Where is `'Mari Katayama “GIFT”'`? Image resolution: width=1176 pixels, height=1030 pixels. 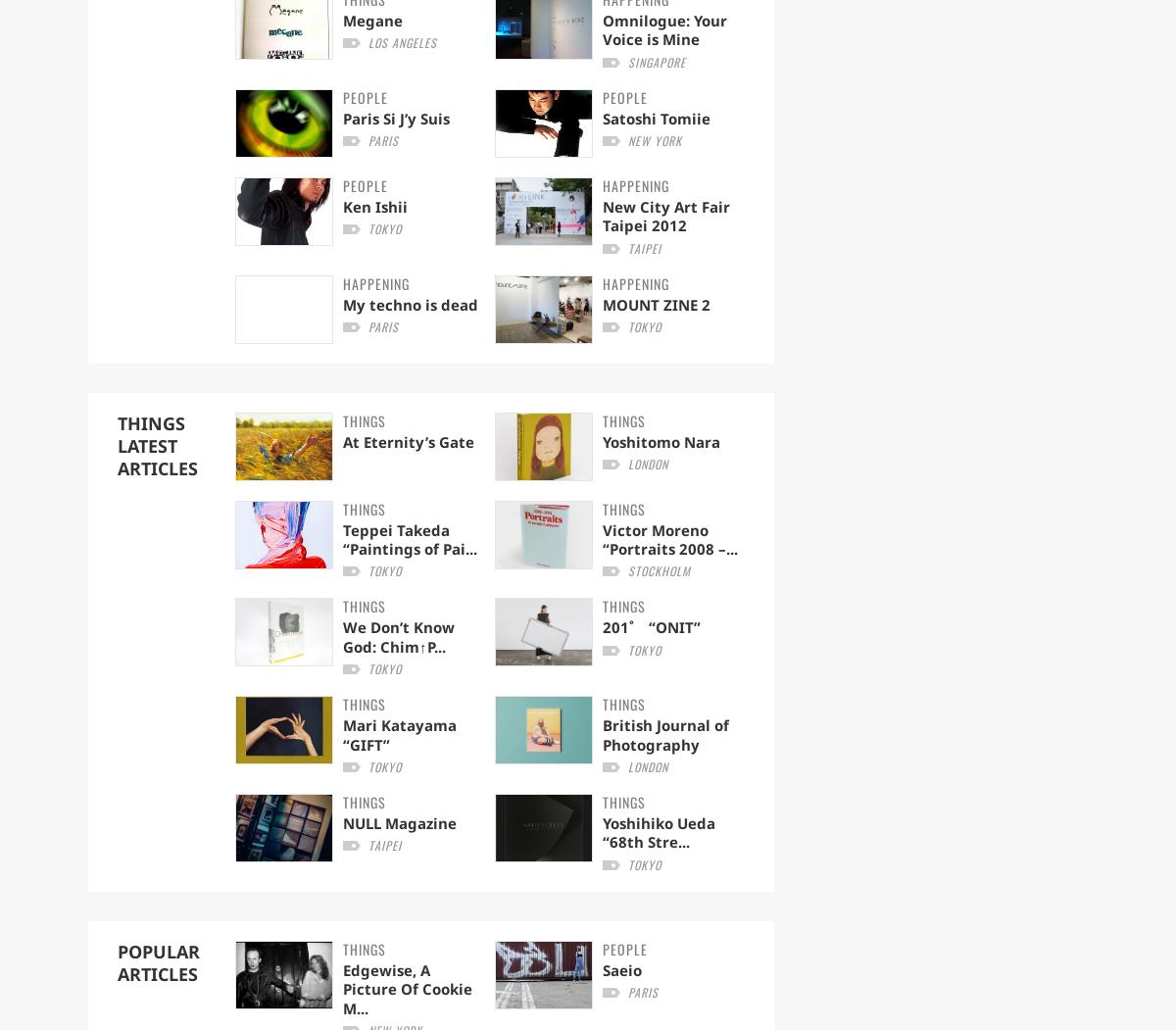
'Mari Katayama “GIFT”' is located at coordinates (400, 734).